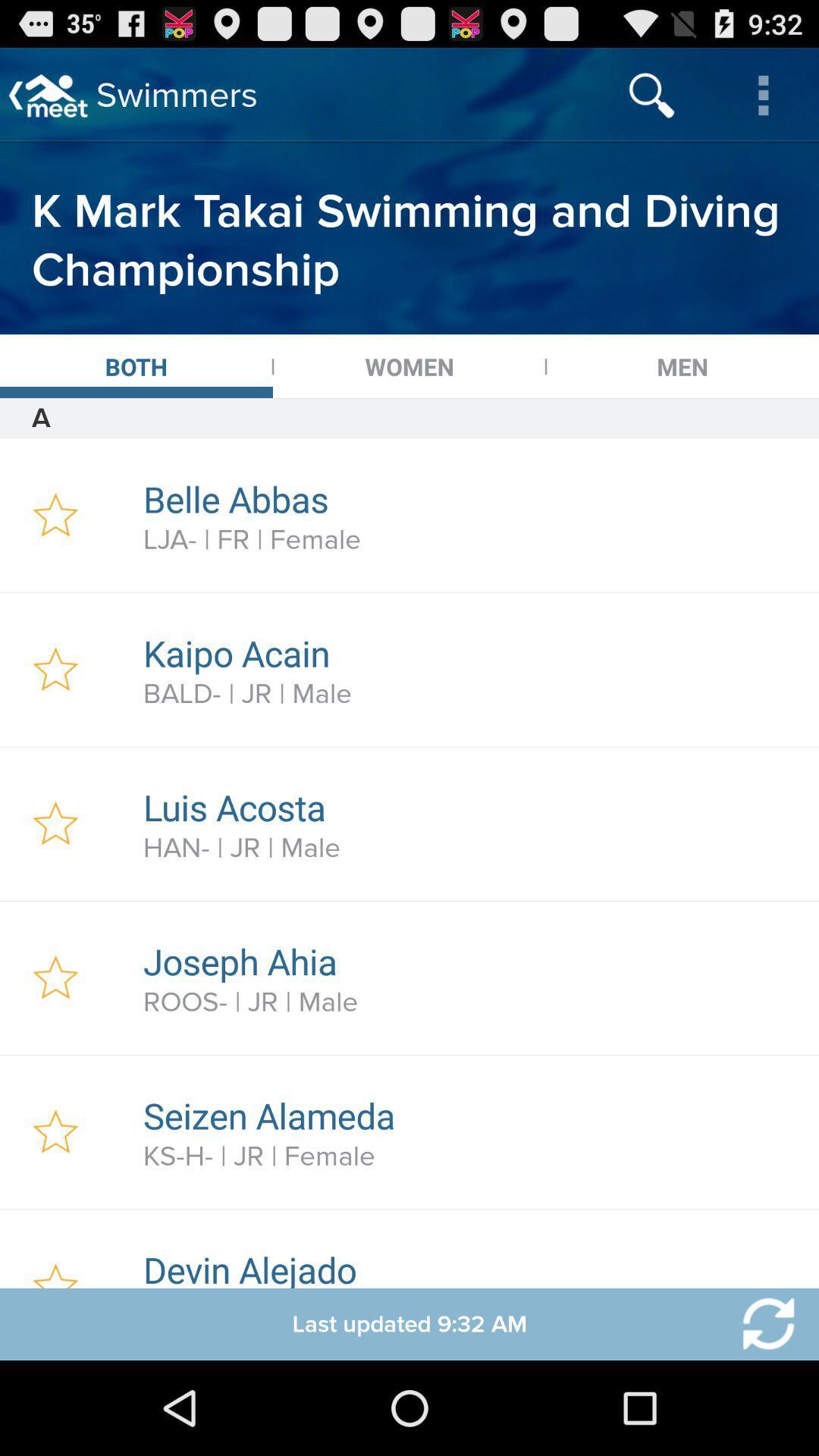 This screenshot has width=819, height=1456. I want to click on the item above the roos- | jr | male item, so click(472, 960).